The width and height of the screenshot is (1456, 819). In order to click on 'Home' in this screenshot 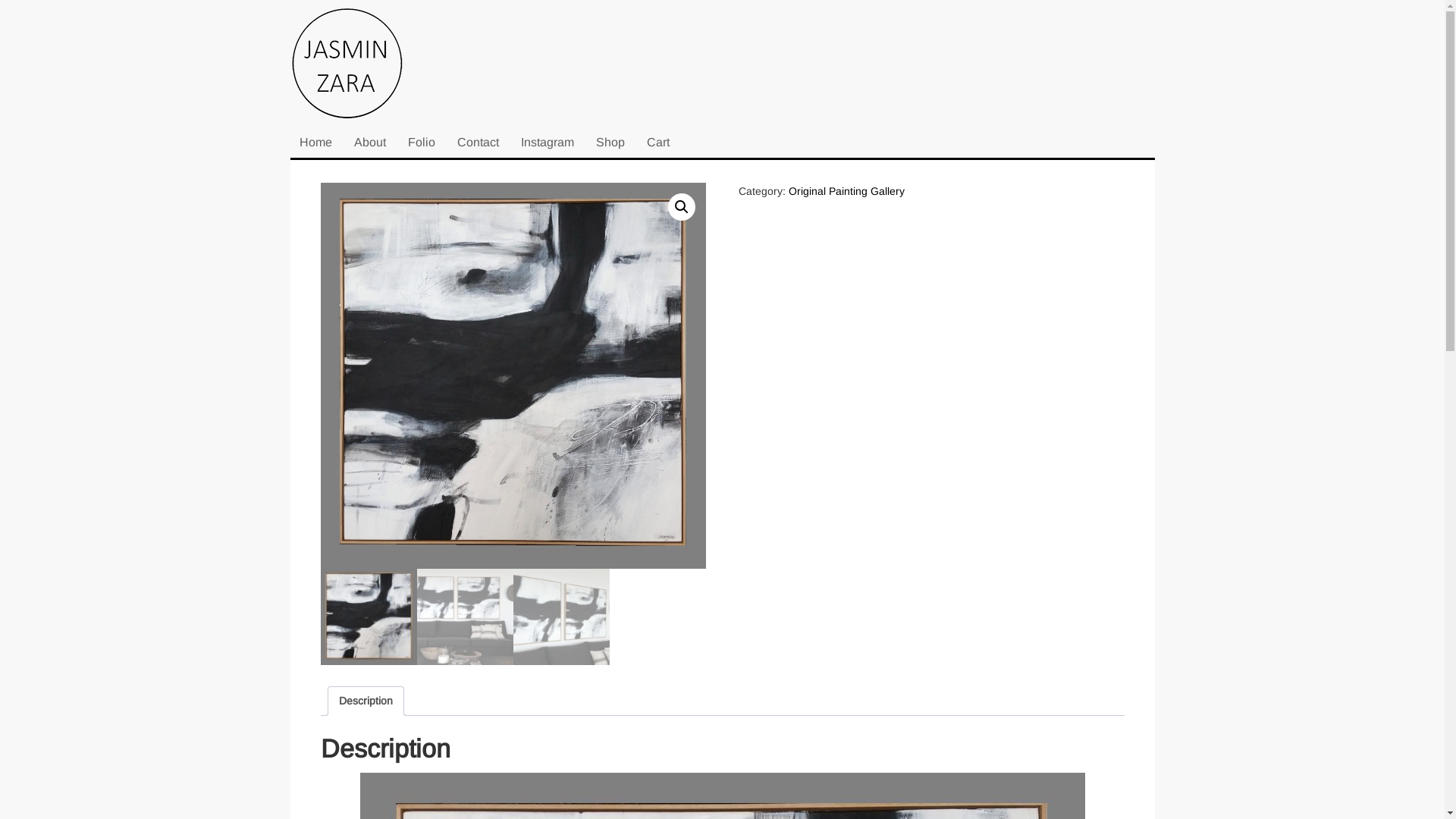, I will do `click(290, 143)`.